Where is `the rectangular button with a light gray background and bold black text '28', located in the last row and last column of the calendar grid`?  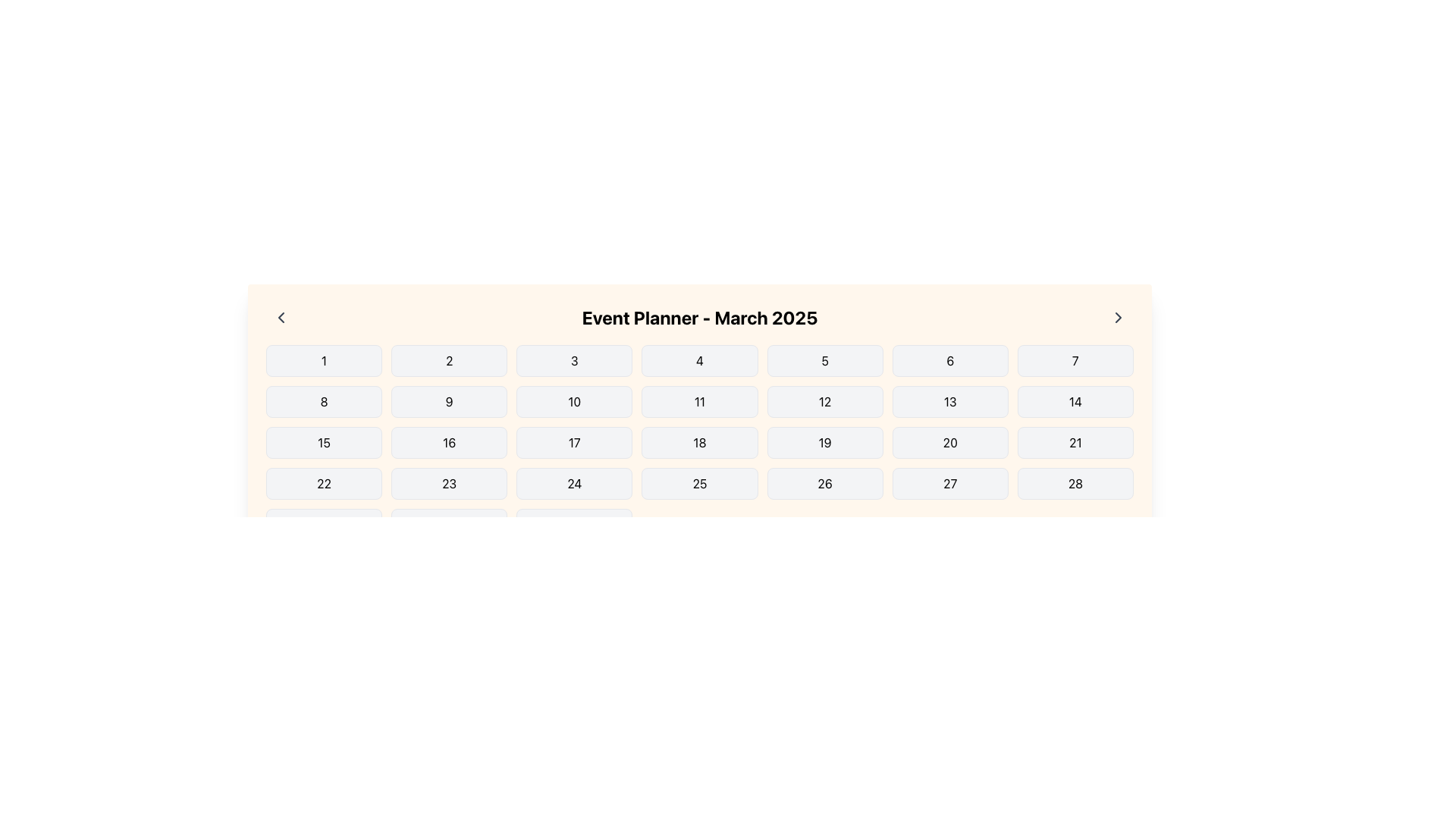
the rectangular button with a light gray background and bold black text '28', located in the last row and last column of the calendar grid is located at coordinates (1074, 483).